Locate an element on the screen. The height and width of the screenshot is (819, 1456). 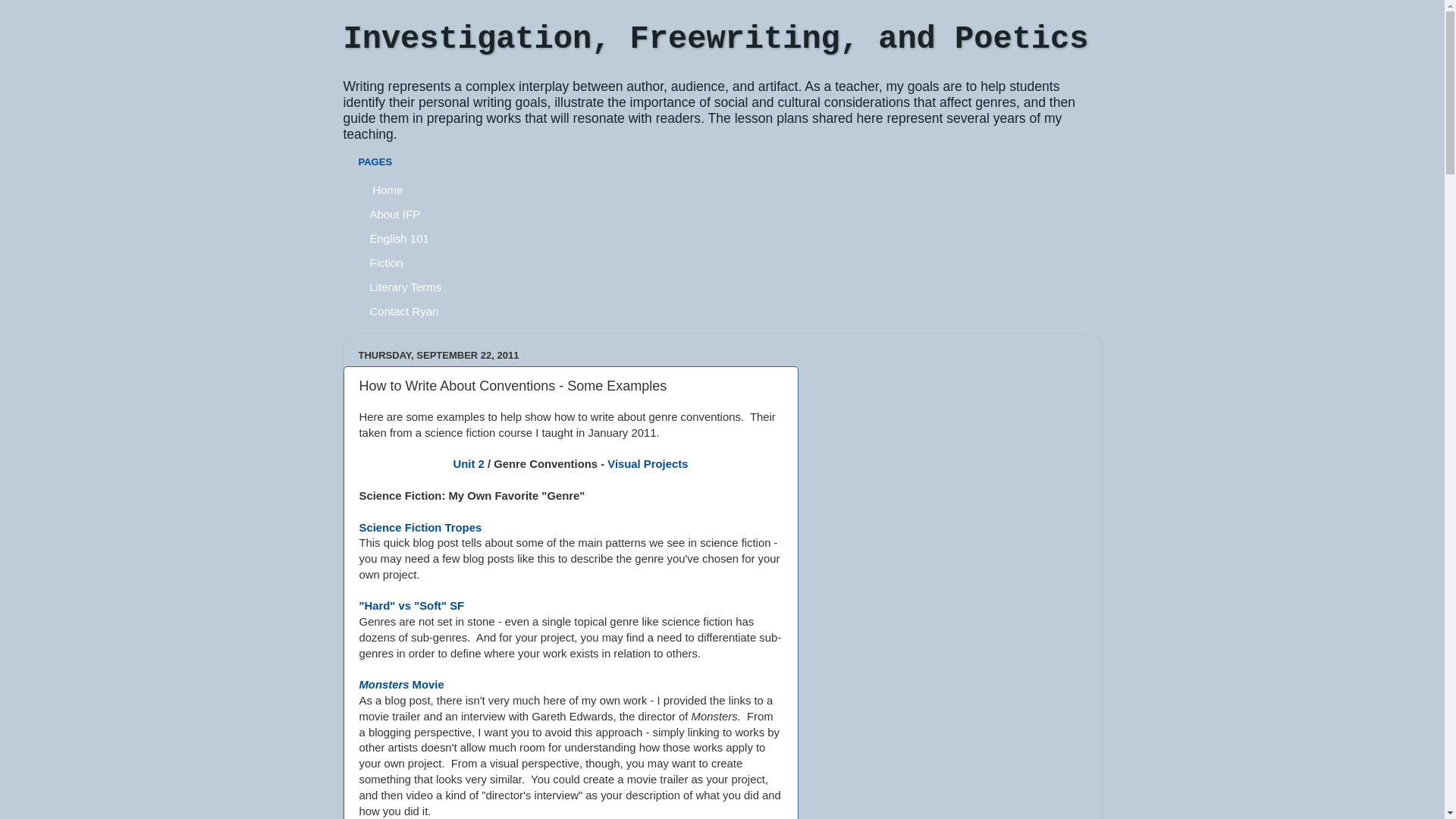
'Home' is located at coordinates (386, 189).